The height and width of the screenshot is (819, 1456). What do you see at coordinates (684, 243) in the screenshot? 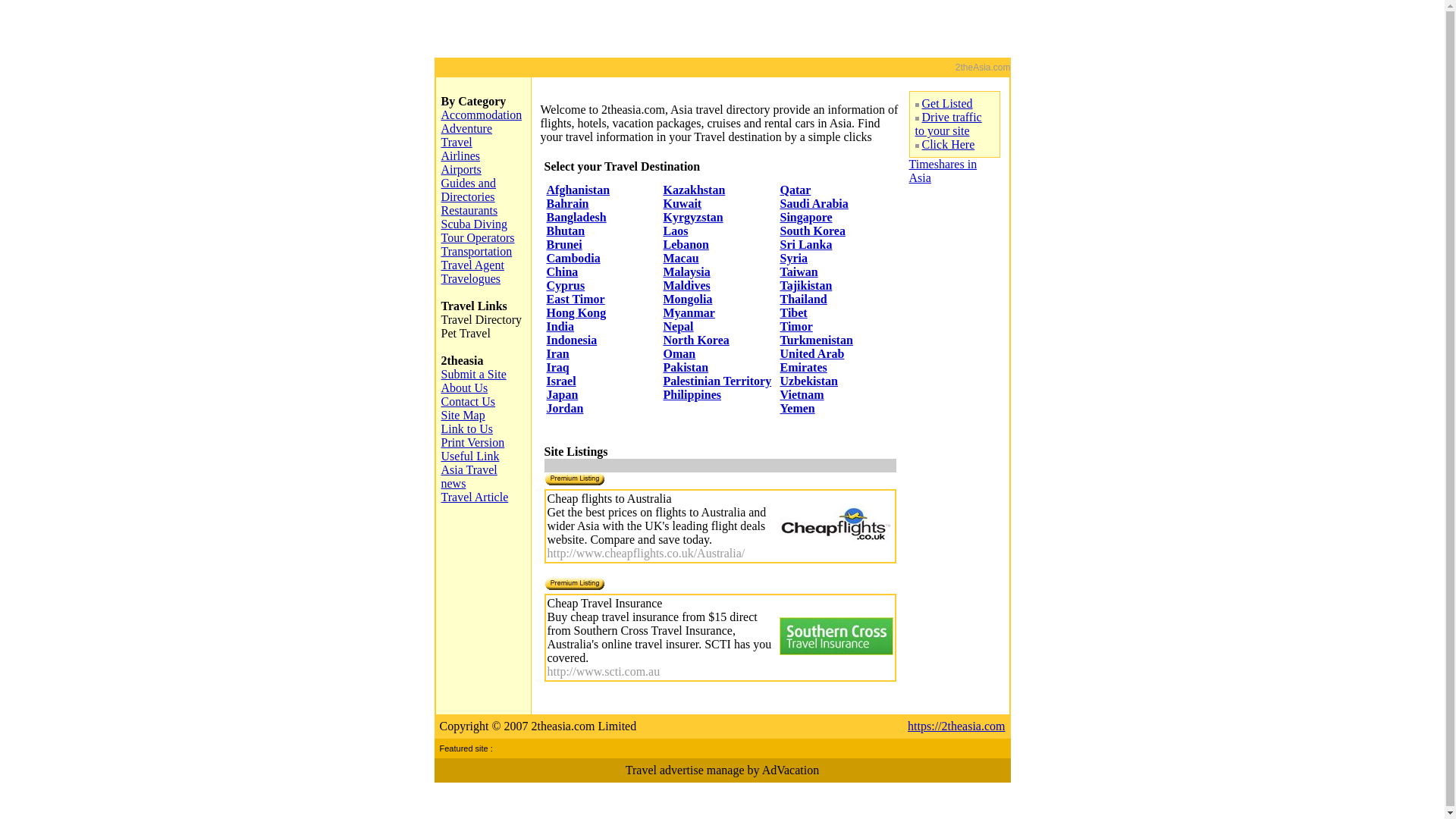
I see `'Lebanon'` at bounding box center [684, 243].